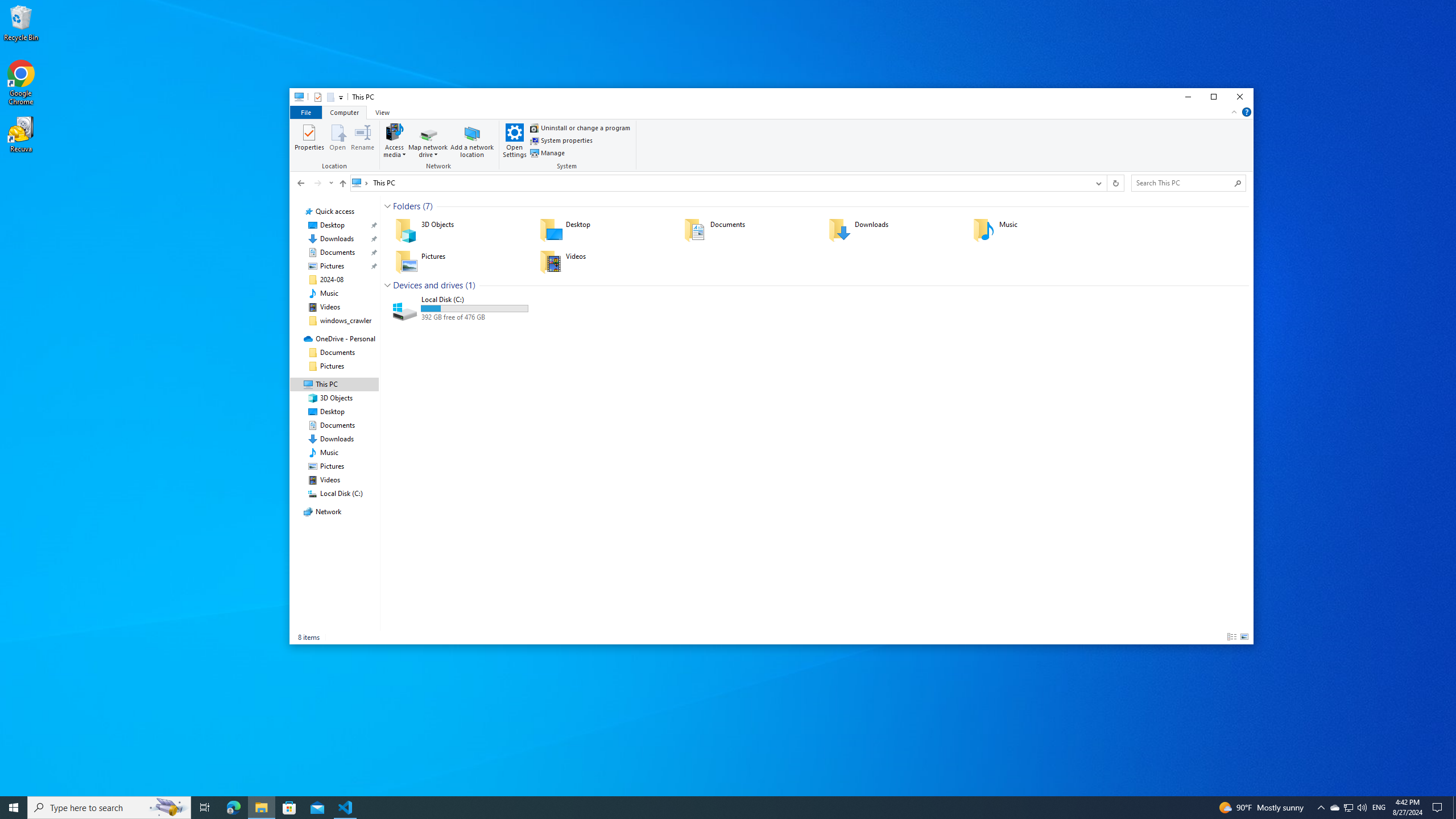  Describe the element at coordinates (310, 139) in the screenshot. I see `'Properties'` at that location.